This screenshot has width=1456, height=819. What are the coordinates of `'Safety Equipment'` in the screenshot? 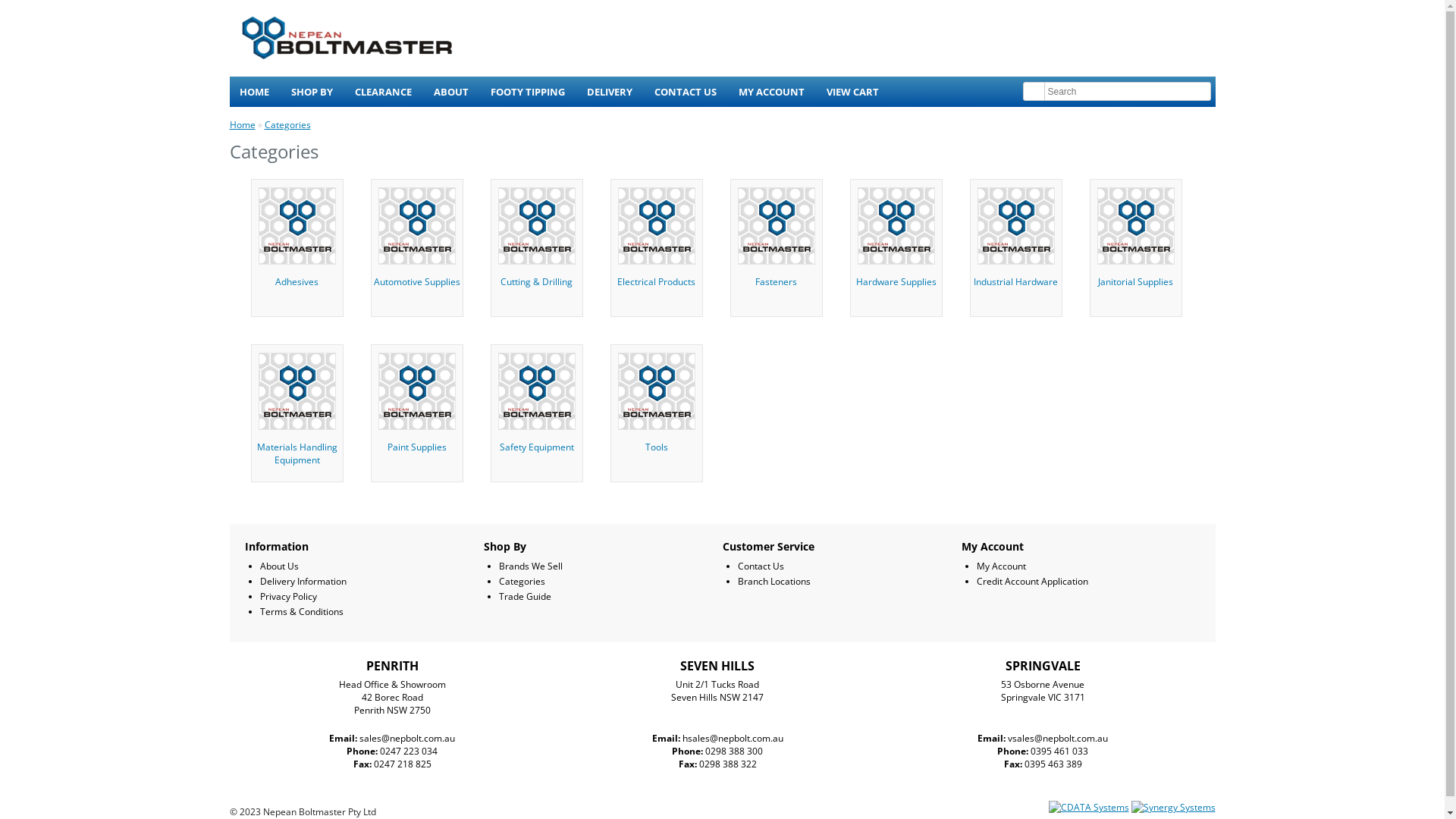 It's located at (537, 406).